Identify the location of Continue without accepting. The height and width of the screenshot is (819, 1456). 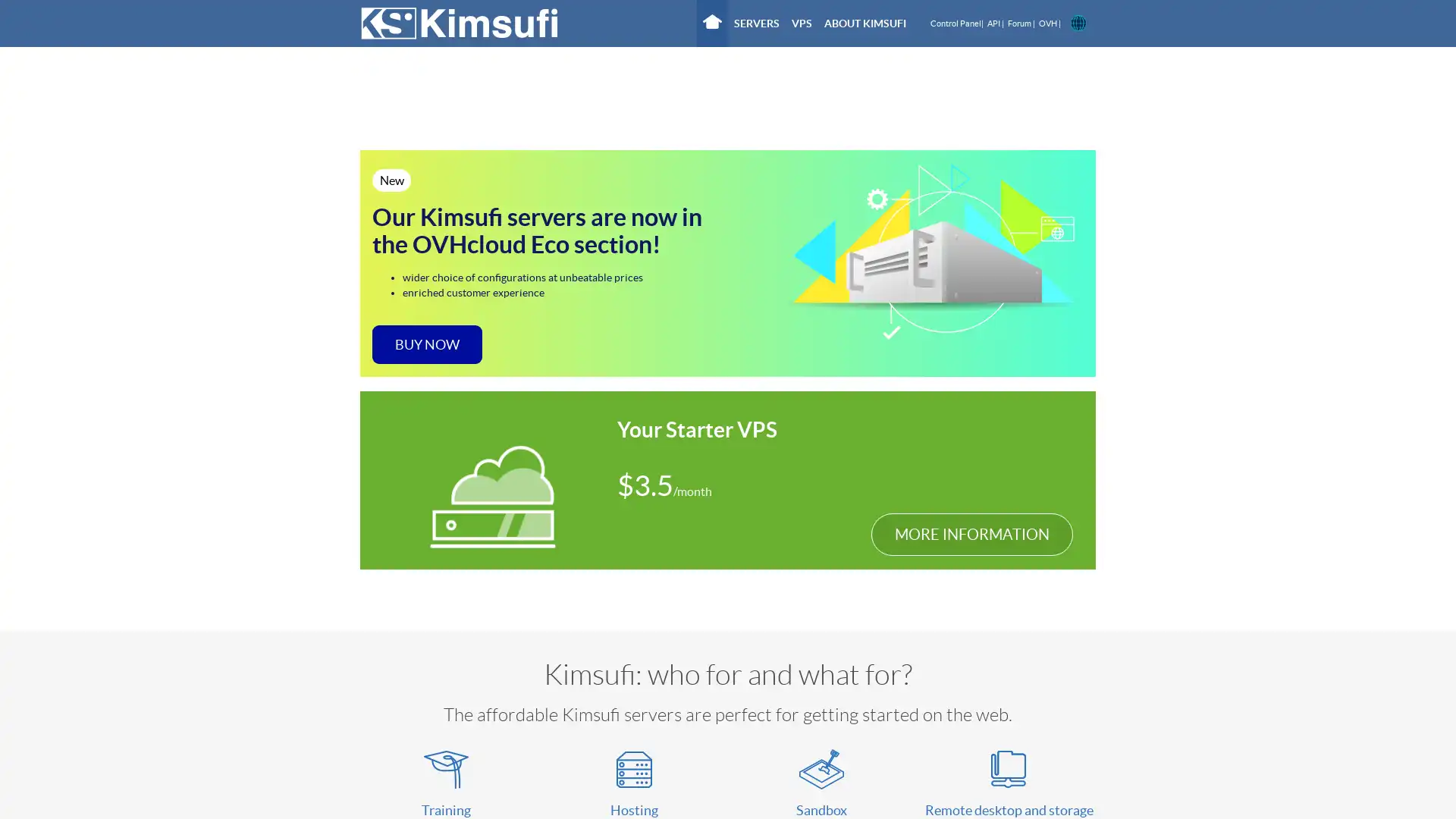
(508, 107).